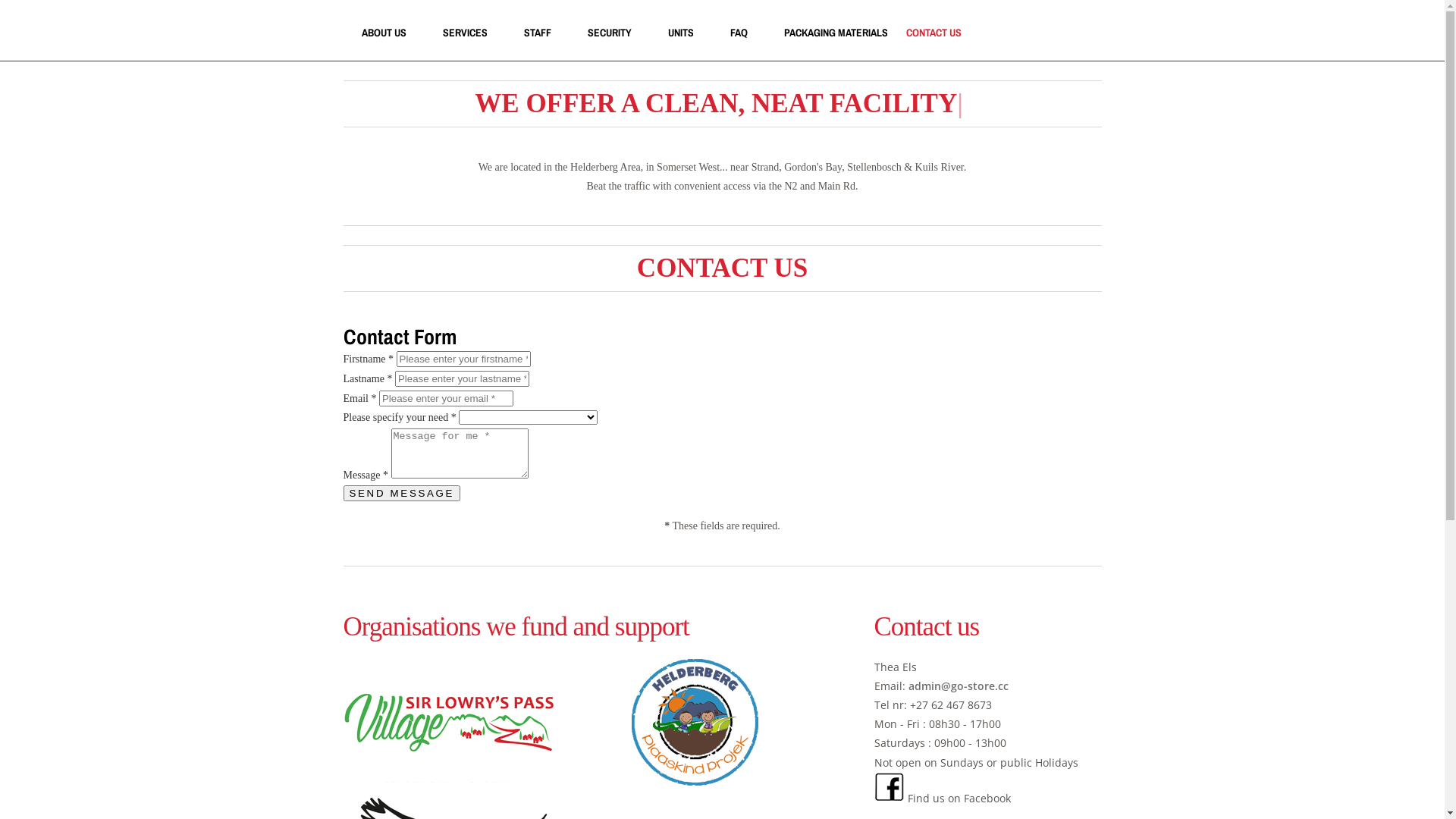  I want to click on 'SERVICES', so click(464, 32).